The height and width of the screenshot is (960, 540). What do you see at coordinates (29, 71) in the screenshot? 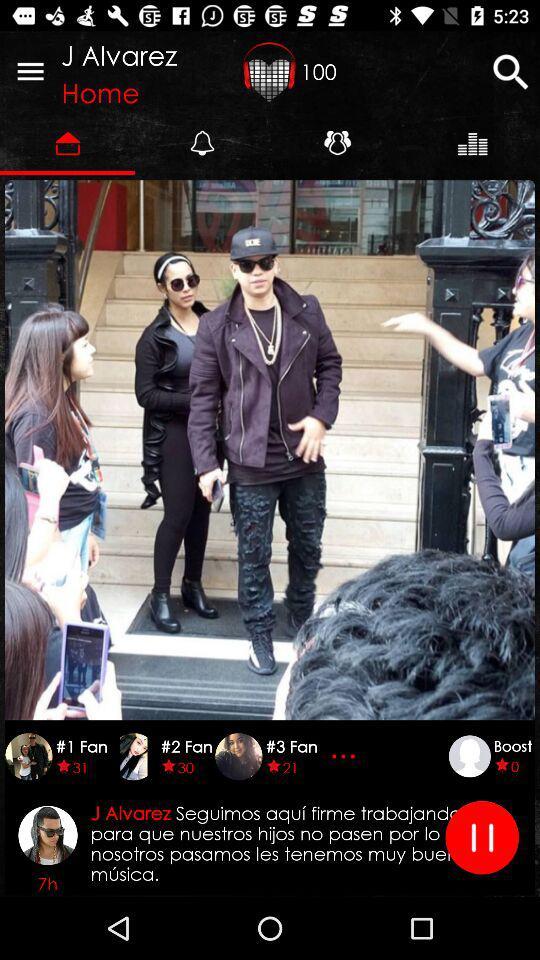
I see `menu` at bounding box center [29, 71].